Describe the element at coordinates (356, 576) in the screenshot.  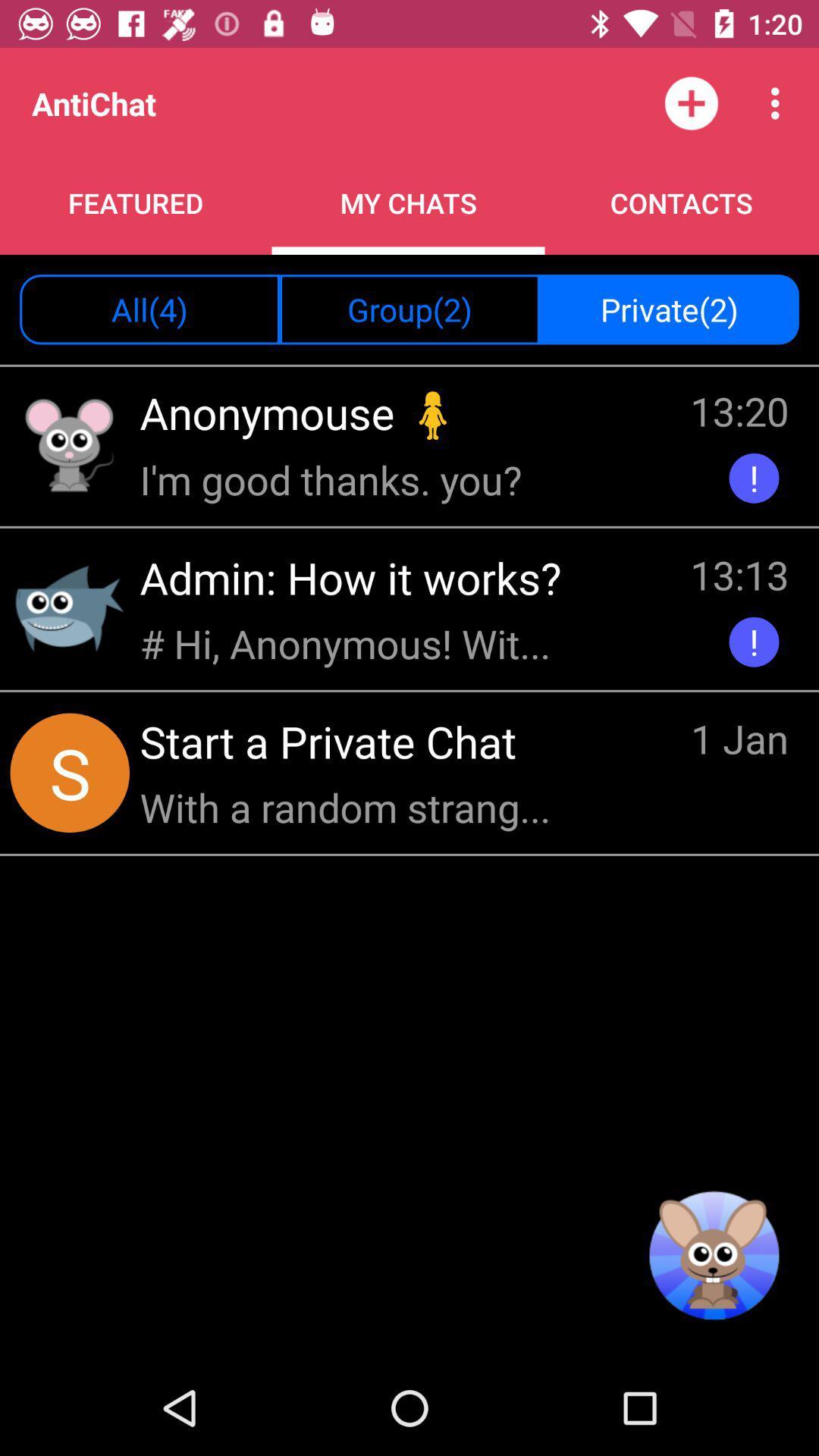
I see `admin how it` at that location.